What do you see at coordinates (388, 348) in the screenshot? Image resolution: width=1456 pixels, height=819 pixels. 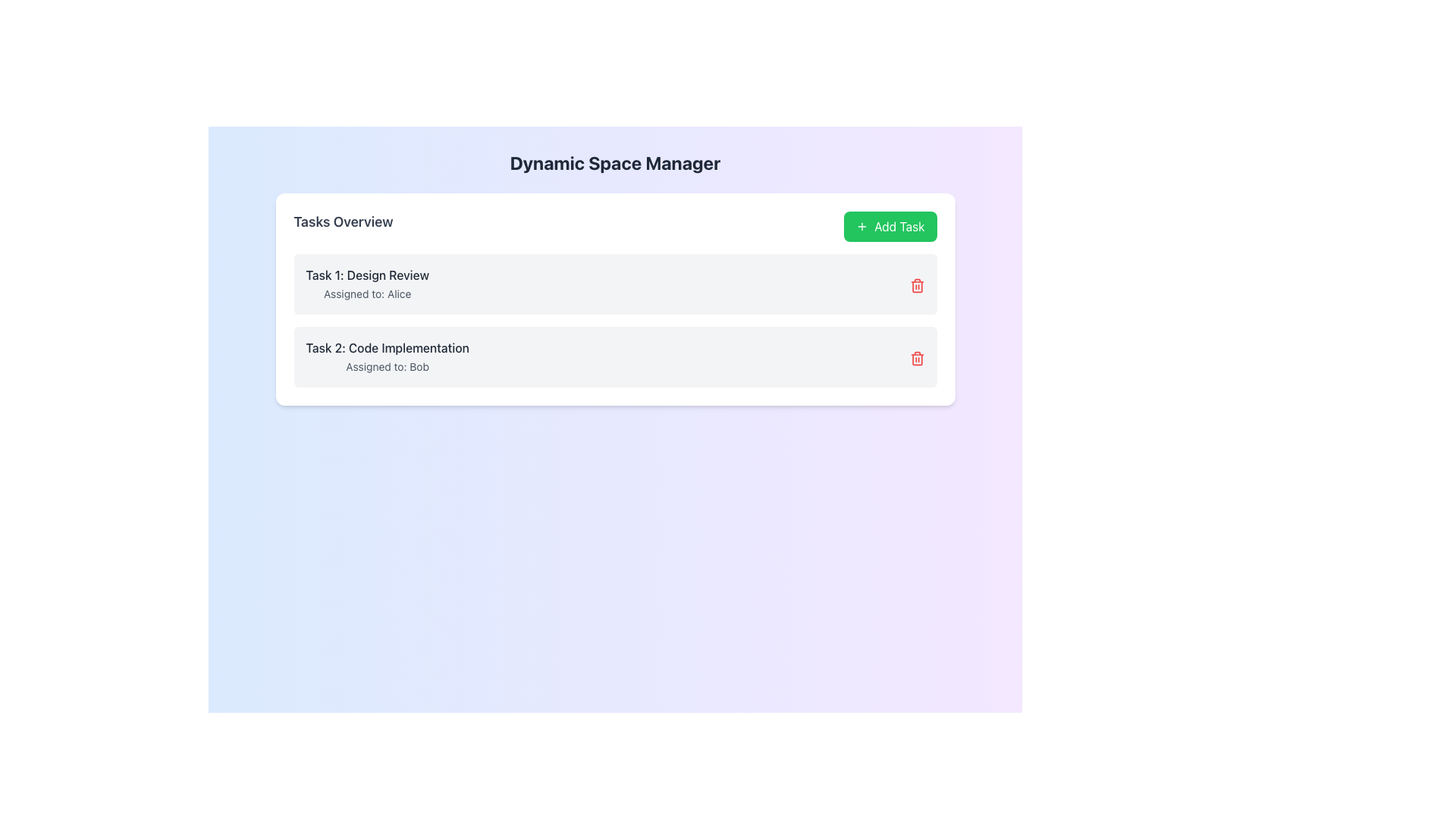 I see `the Text Label located at the center of the second task block in the task list section, which provides a clear understanding of the task content` at bounding box center [388, 348].